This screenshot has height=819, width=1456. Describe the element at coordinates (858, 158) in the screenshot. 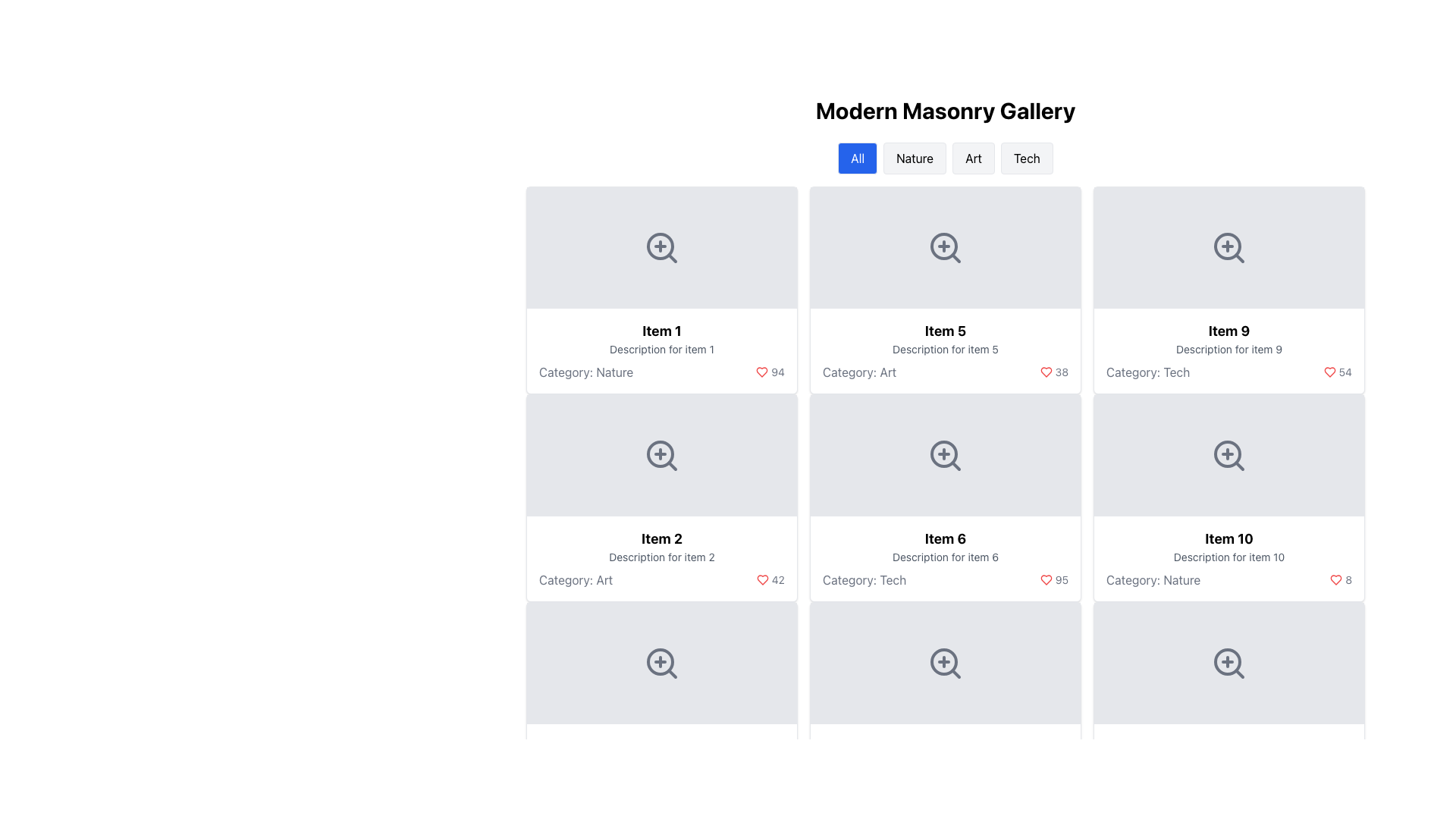

I see `the blue button labeled 'All', which is the leftmost button in a horizontal list under the heading 'Modern Masonry Gallery'` at that location.